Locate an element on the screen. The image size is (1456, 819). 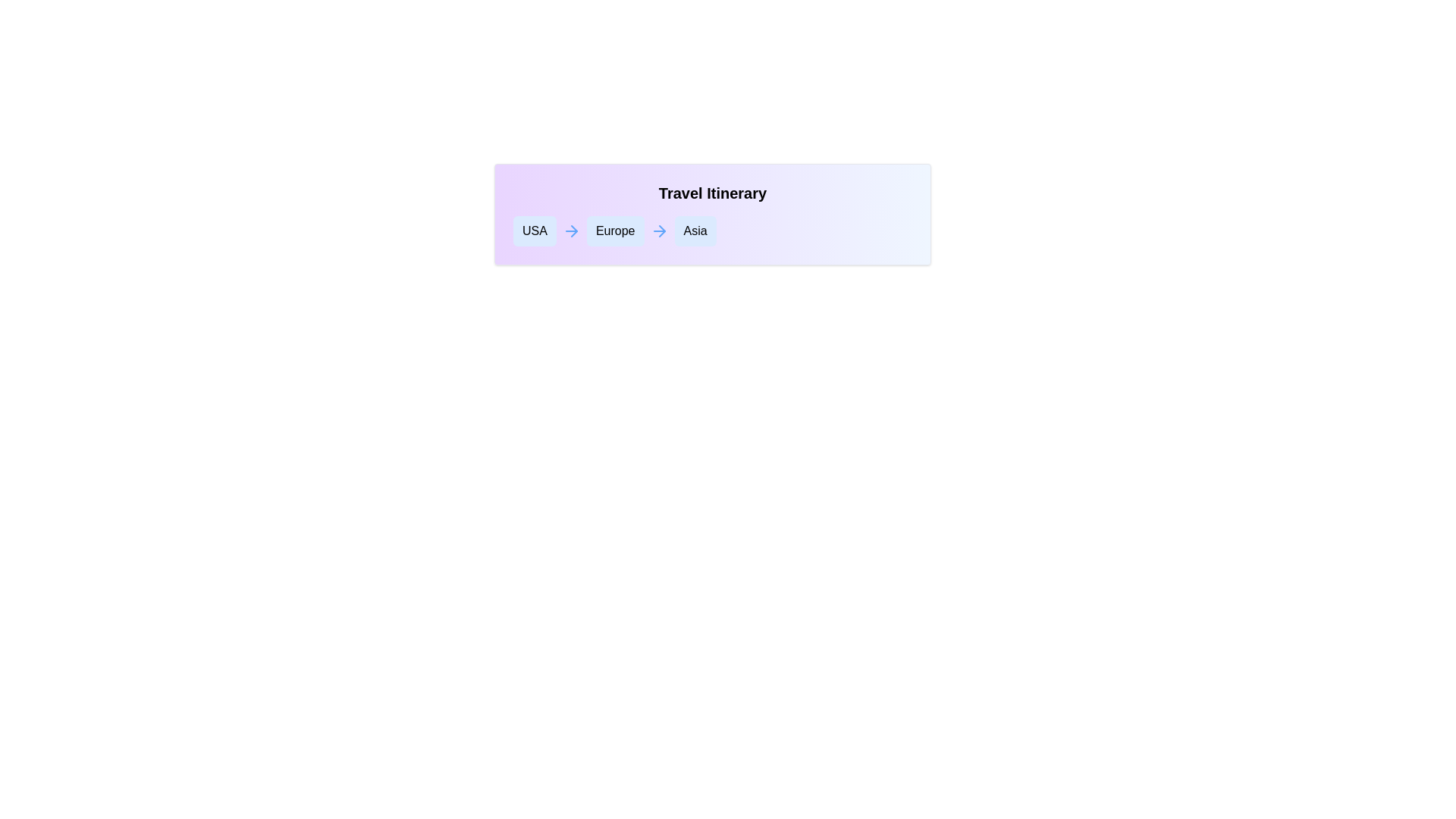
the rightward-pointing blue arrow icon that is positioned between the 'USA' button and the 'Europe' button is located at coordinates (570, 231).